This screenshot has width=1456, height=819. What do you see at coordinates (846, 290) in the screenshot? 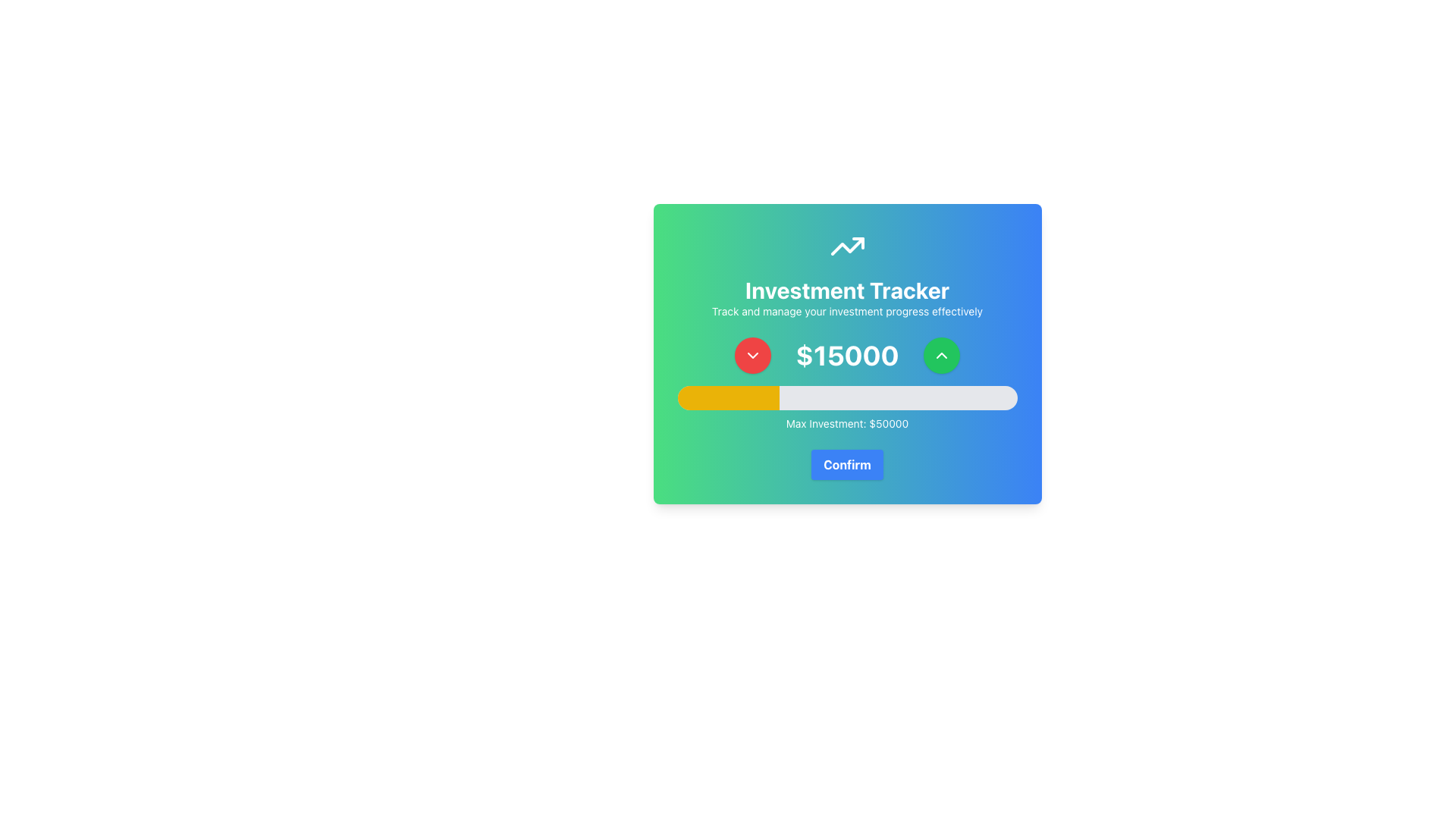
I see `the header text element that indicates the primary purpose of the application, which is centrally aligned and positioned between a graphical icon and a smaller descriptive text` at bounding box center [846, 290].